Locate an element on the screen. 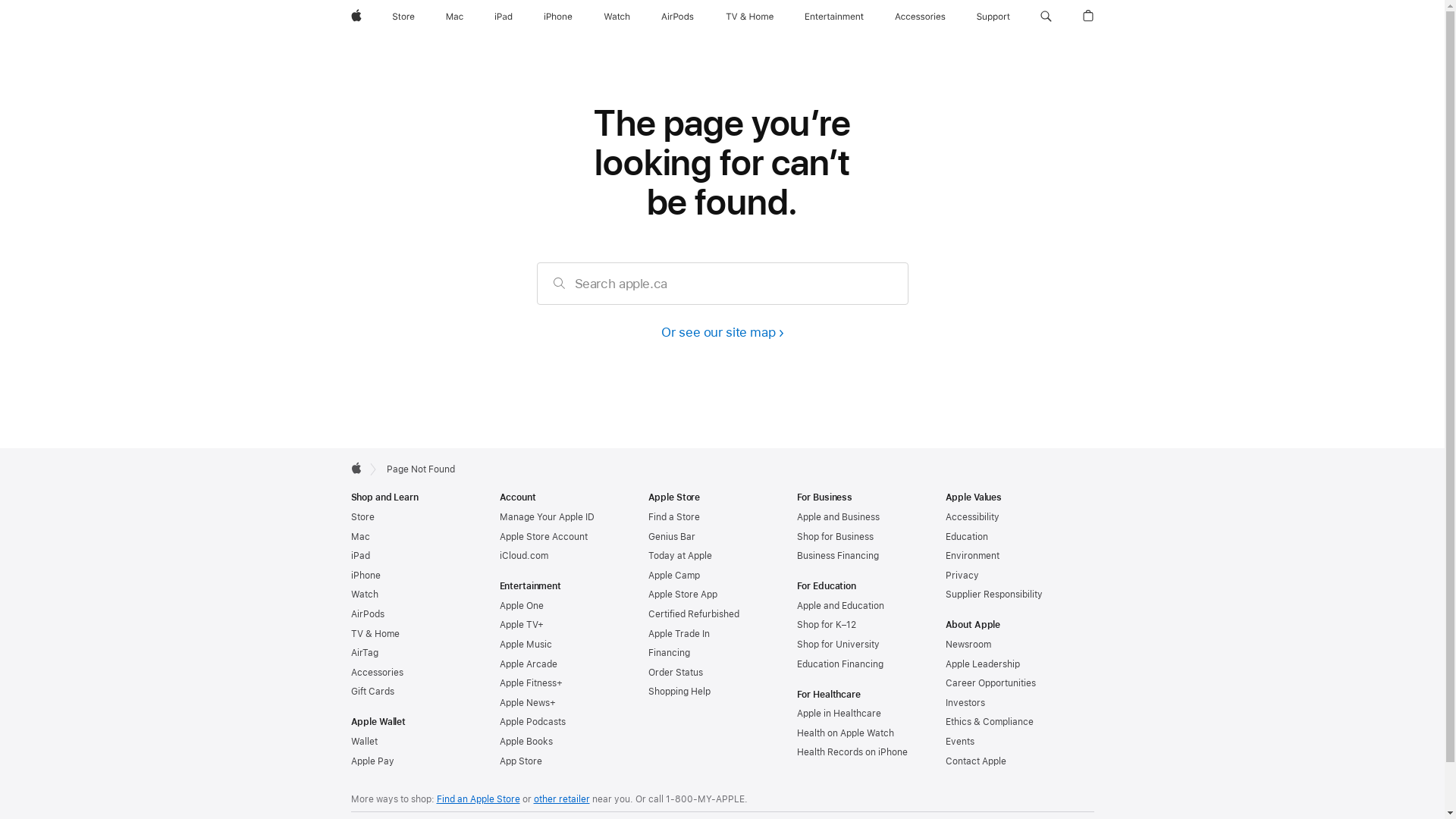 This screenshot has width=1456, height=819. 'Mac' is located at coordinates (349, 536).